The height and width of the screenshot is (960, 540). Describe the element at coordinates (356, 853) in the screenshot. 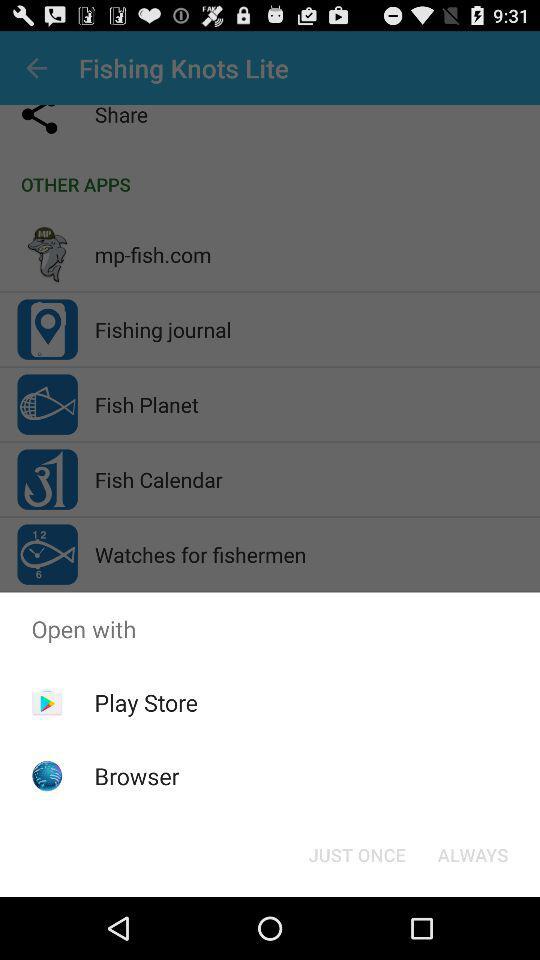

I see `just once button` at that location.